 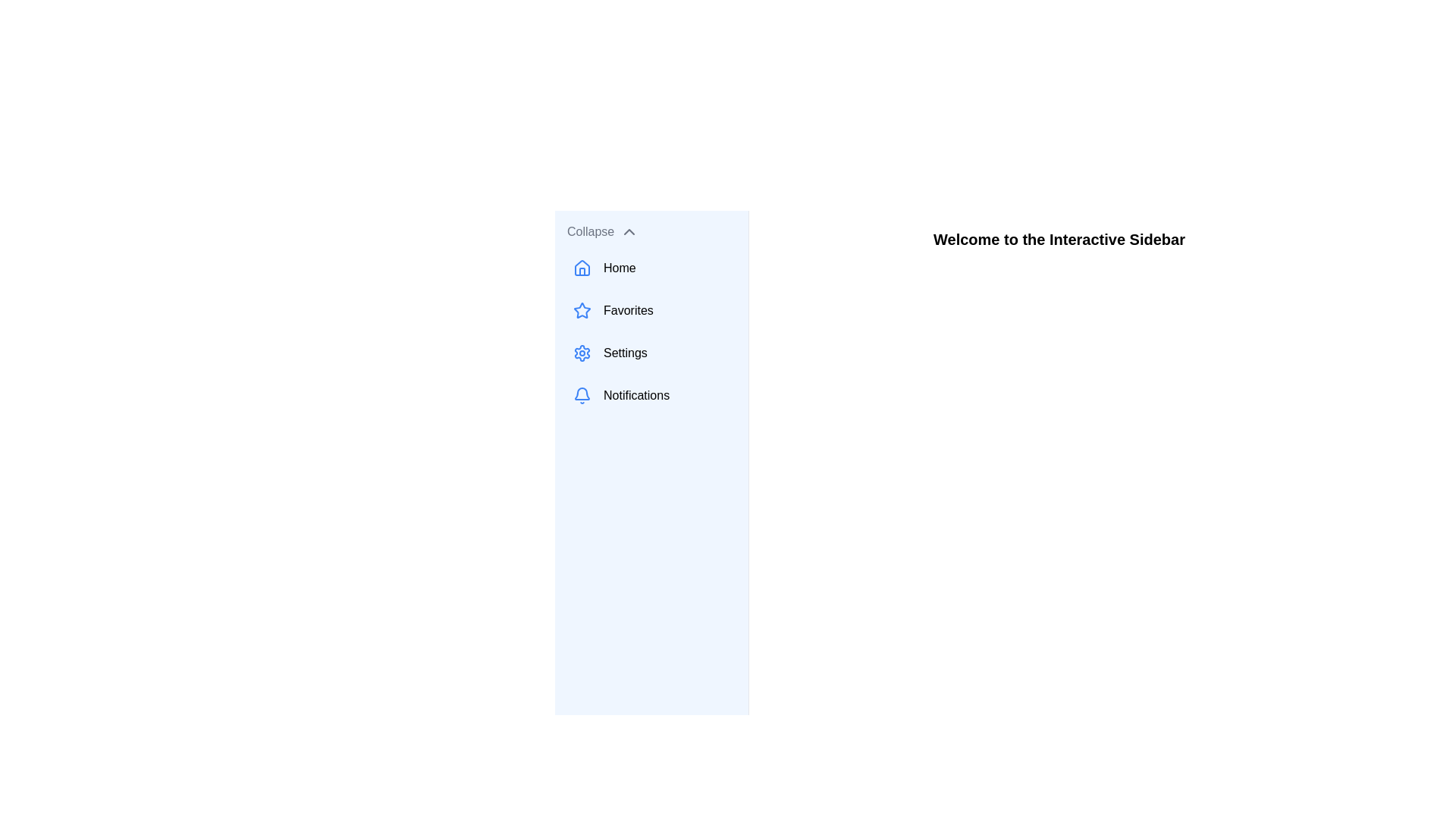 What do you see at coordinates (582, 309) in the screenshot?
I see `the 'Favorites' icon located to the left of the 'Favorites' text in the sidebar menu` at bounding box center [582, 309].